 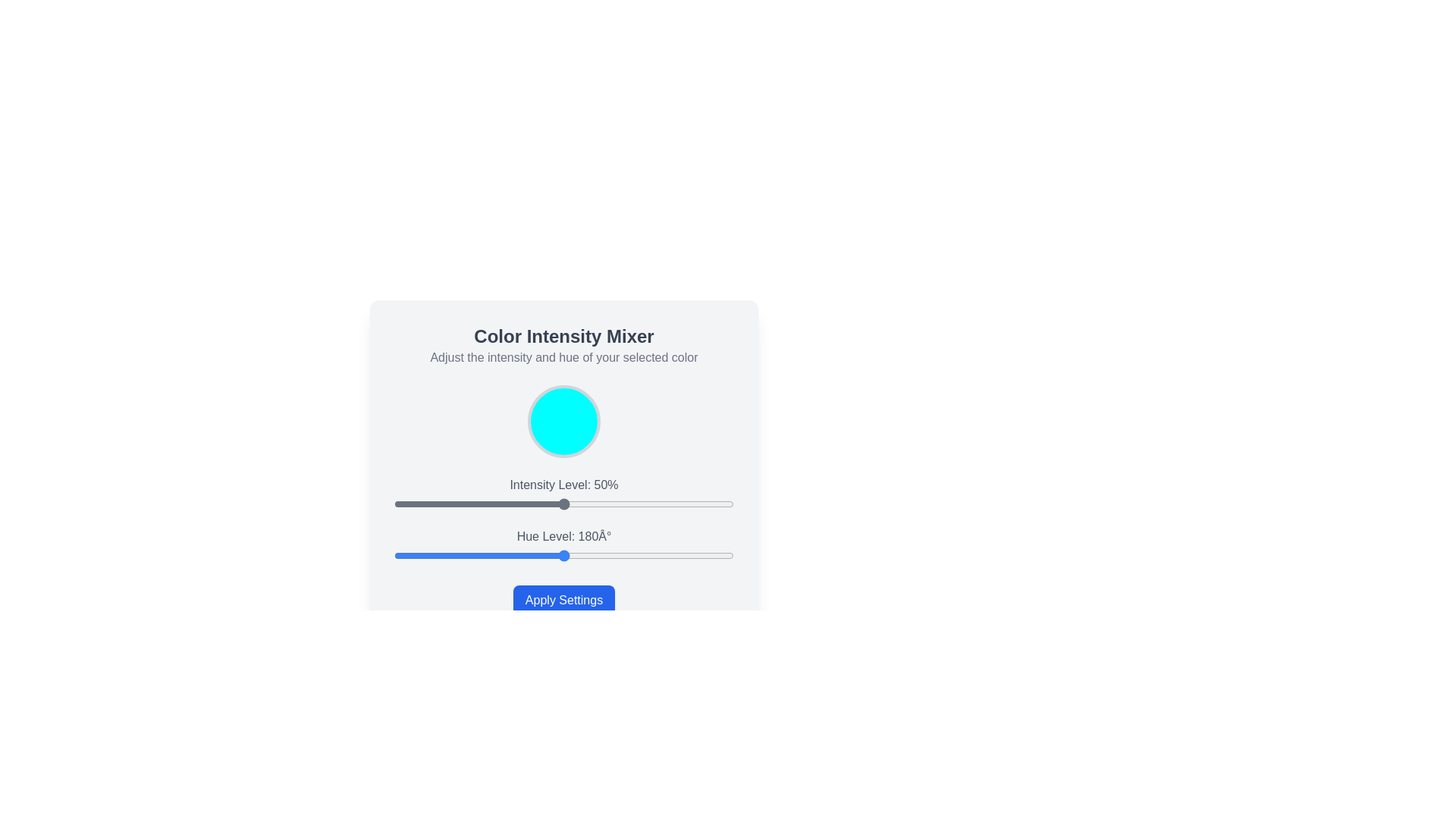 What do you see at coordinates (657, 555) in the screenshot?
I see `the hue level slider to 279°` at bounding box center [657, 555].